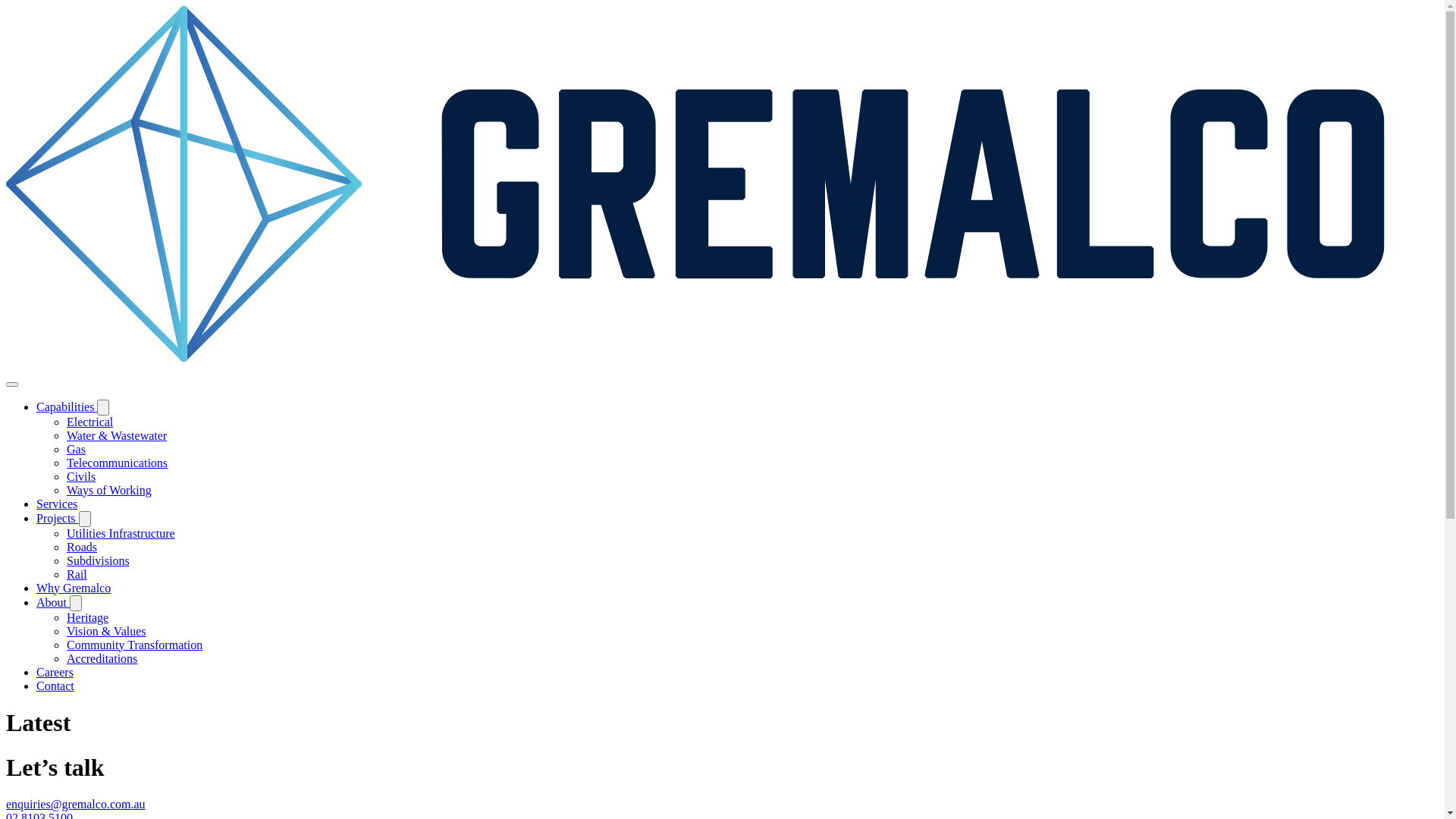  Describe the element at coordinates (65, 560) in the screenshot. I see `'Subdivisions'` at that location.